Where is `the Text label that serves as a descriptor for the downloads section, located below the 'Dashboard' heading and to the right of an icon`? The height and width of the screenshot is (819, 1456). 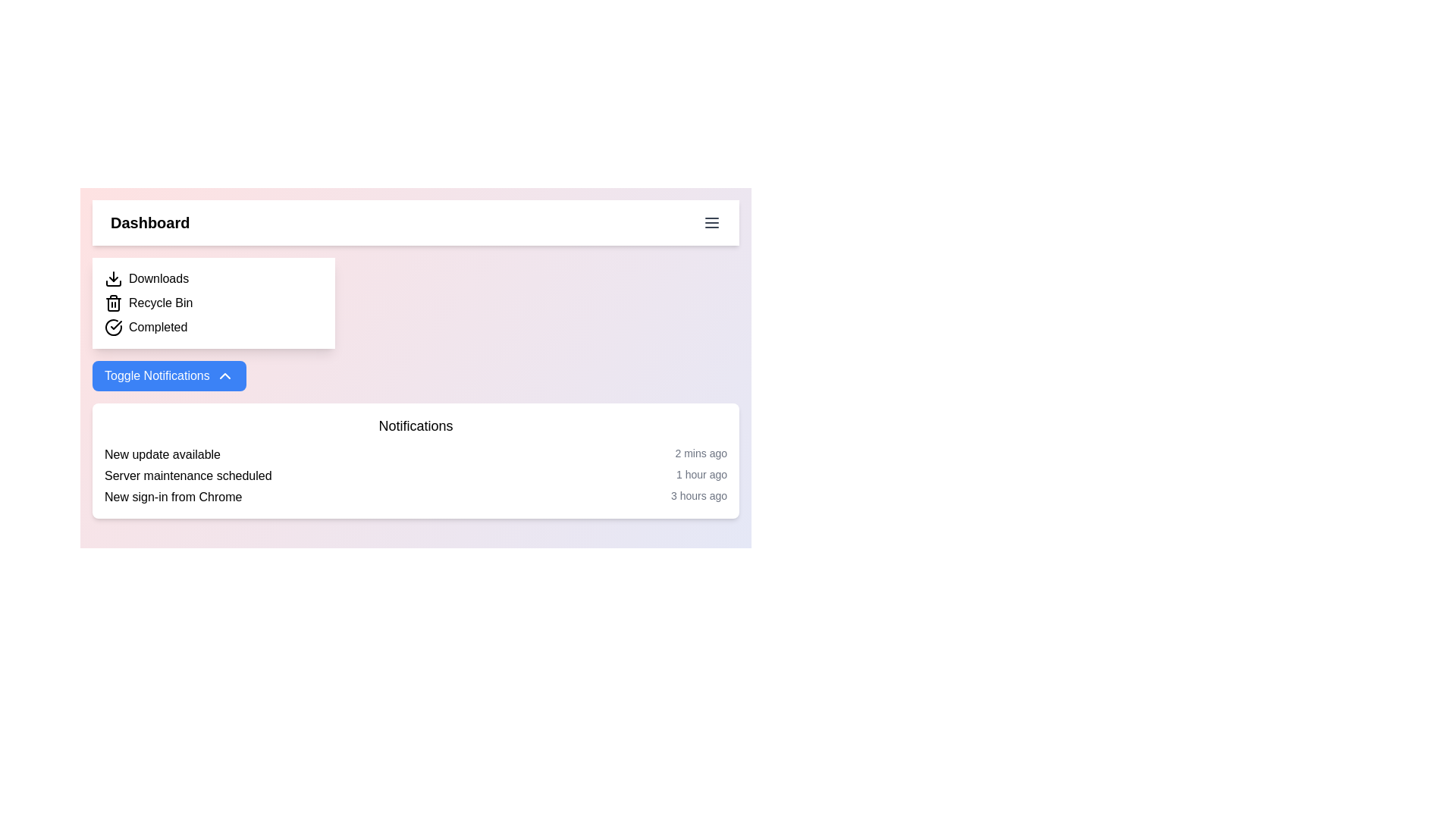 the Text label that serves as a descriptor for the downloads section, located below the 'Dashboard' heading and to the right of an icon is located at coordinates (158, 278).